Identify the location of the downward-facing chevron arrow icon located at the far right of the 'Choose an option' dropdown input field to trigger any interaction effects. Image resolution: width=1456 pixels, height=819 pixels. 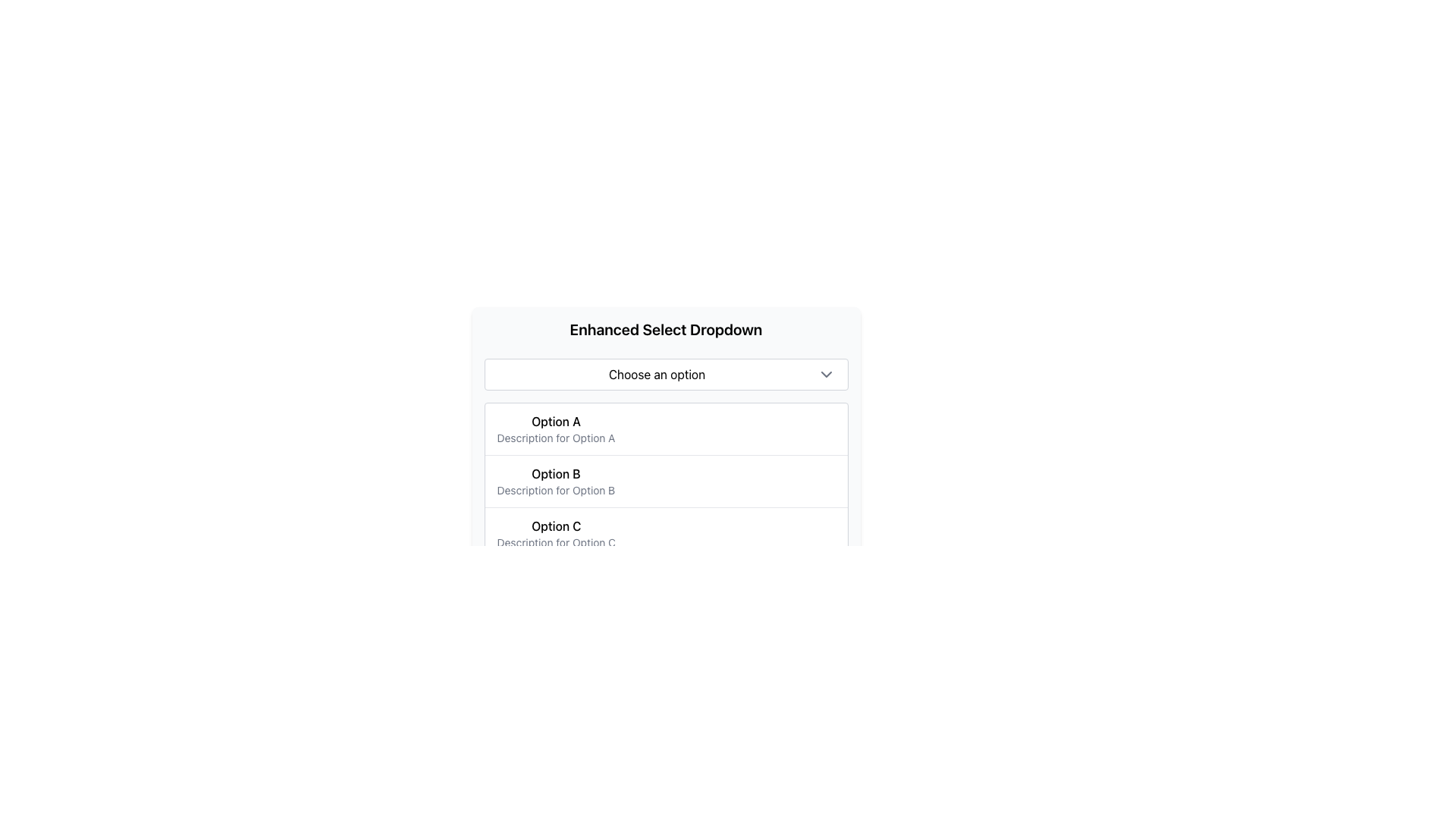
(825, 374).